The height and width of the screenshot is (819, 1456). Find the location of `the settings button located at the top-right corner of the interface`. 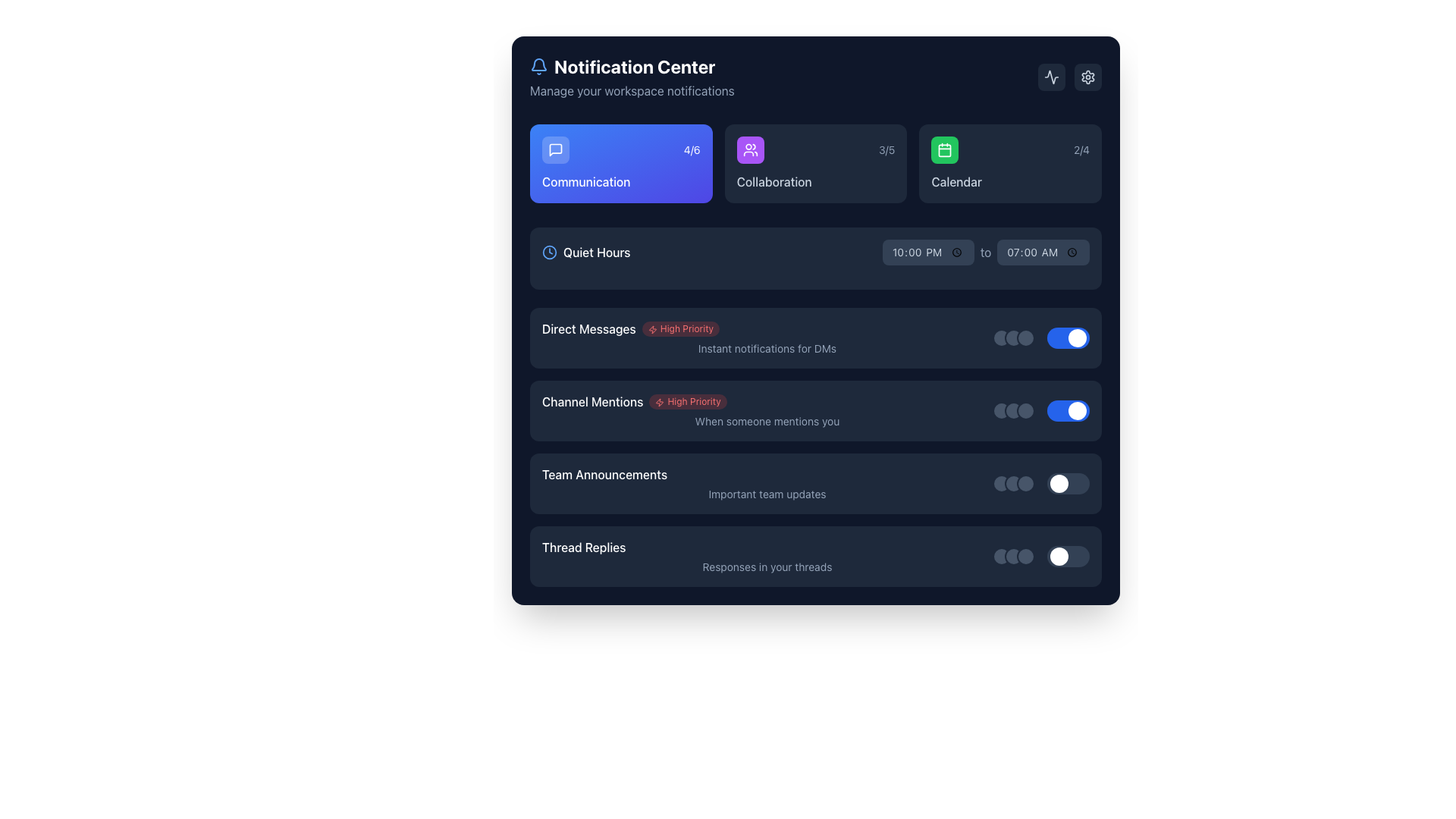

the settings button located at the top-right corner of the interface is located at coordinates (1087, 77).